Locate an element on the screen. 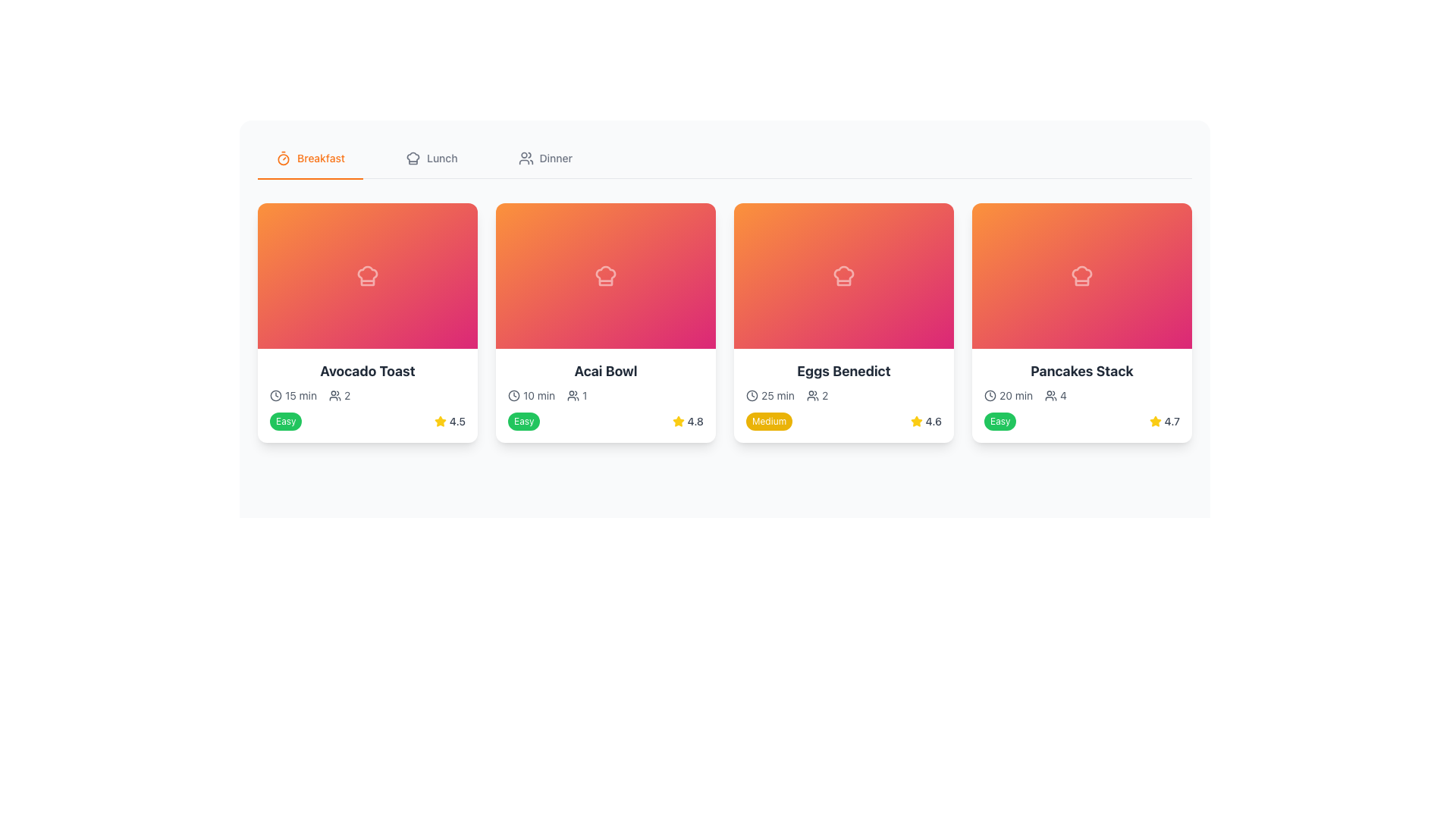 The height and width of the screenshot is (819, 1456). the decorative icon located in the third card of the horizontally arranged list of four cards below the header tabs labeled 'Breakfast,' 'Lunch,' and 'Dinner.' is located at coordinates (843, 275).